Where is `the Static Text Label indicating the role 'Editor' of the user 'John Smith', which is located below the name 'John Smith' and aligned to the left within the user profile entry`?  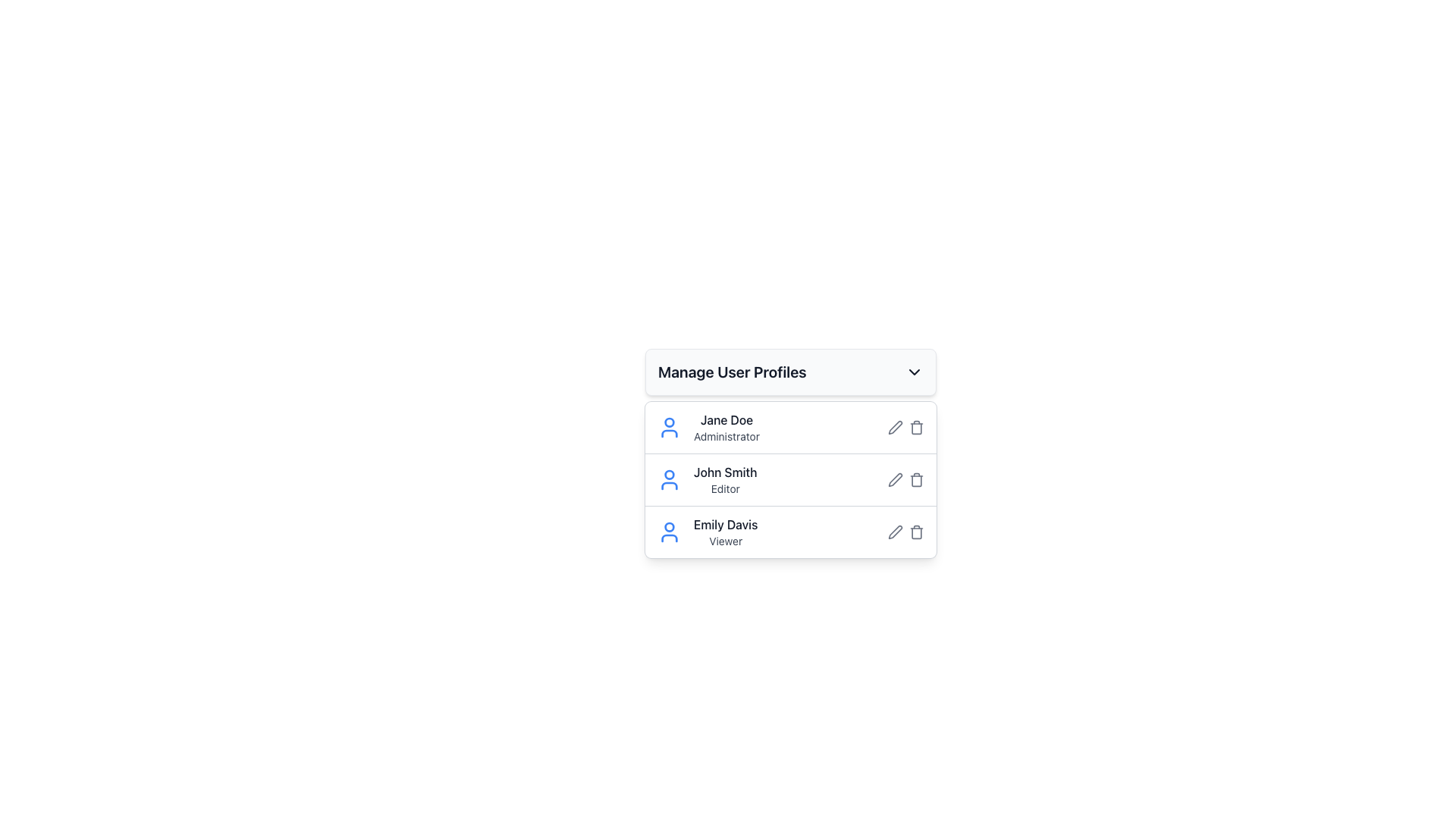
the Static Text Label indicating the role 'Editor' of the user 'John Smith', which is located below the name 'John Smith' and aligned to the left within the user profile entry is located at coordinates (724, 488).